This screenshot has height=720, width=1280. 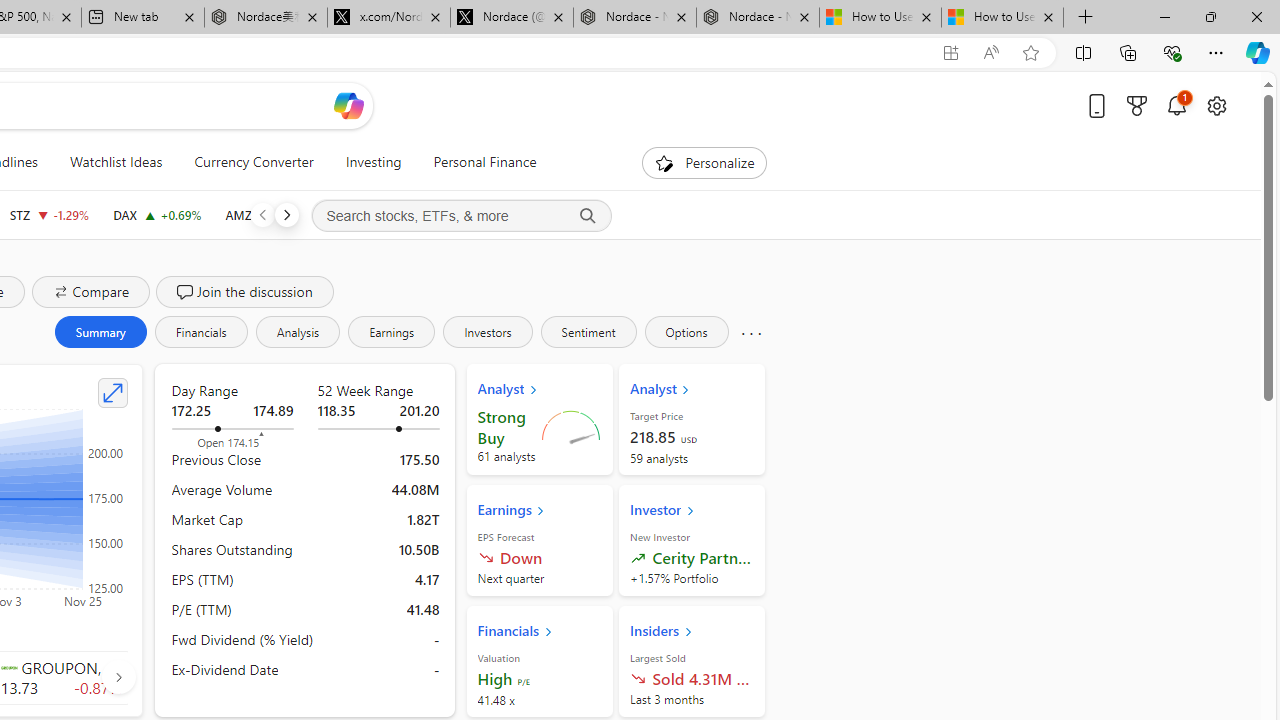 I want to click on 'App available. Install Start Money', so click(x=950, y=52).